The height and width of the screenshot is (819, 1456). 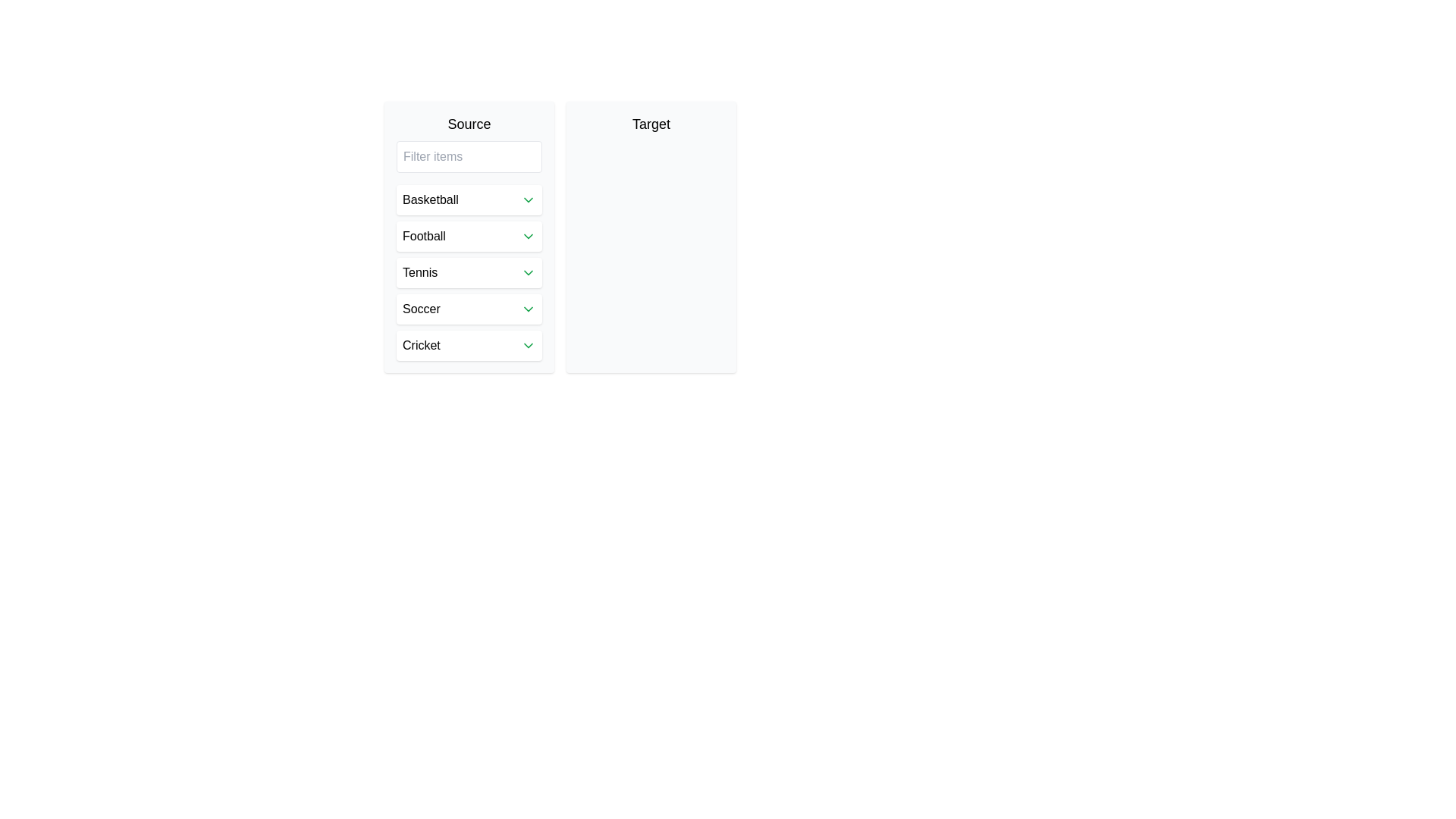 I want to click on the 'Soccer' dropdown menu item located as the fourth item in the vertical list of the 'Source' section, so click(x=469, y=309).